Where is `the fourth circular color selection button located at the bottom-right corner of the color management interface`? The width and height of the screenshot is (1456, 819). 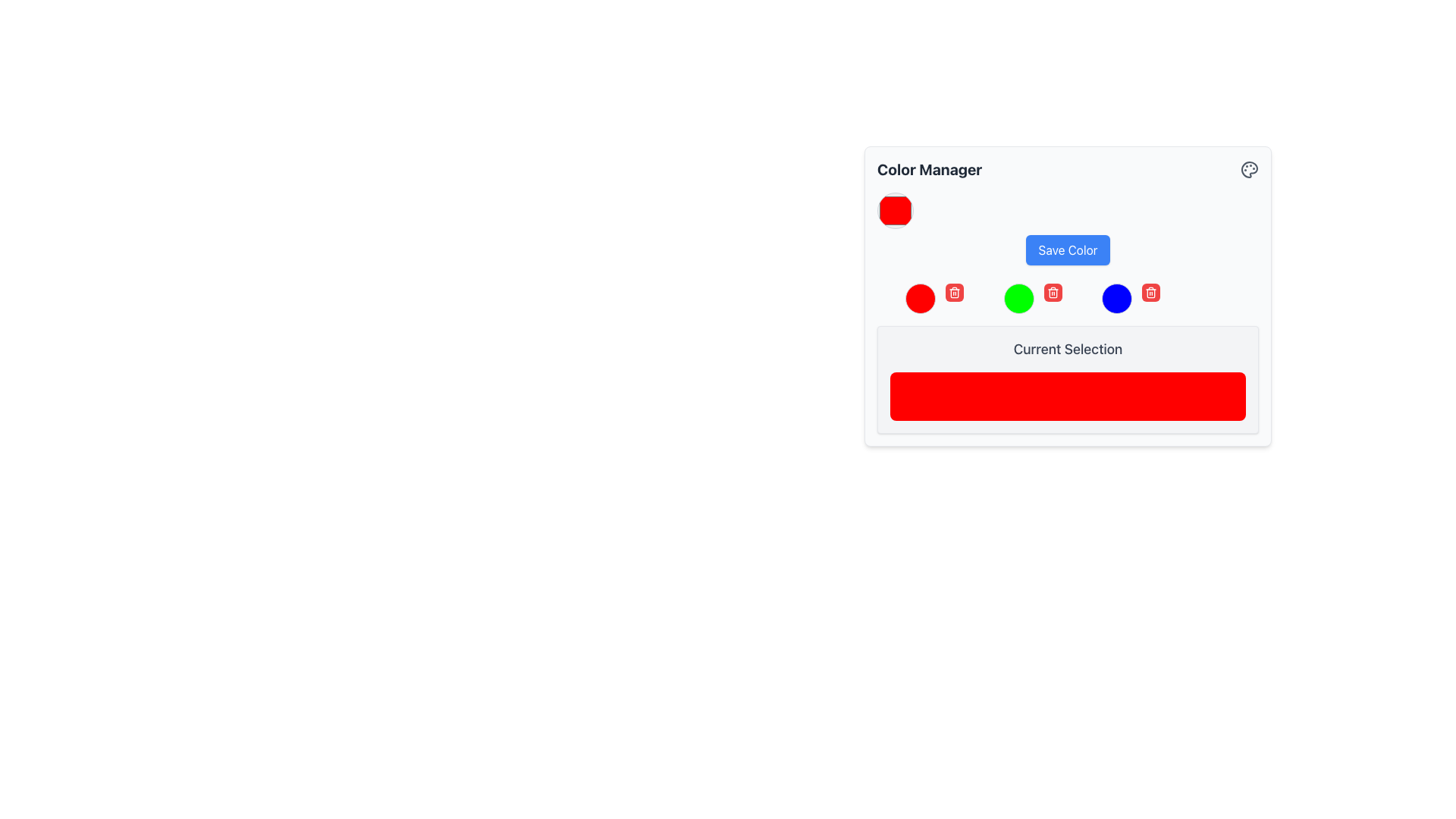
the fourth circular color selection button located at the bottom-right corner of the color management interface is located at coordinates (1117, 298).